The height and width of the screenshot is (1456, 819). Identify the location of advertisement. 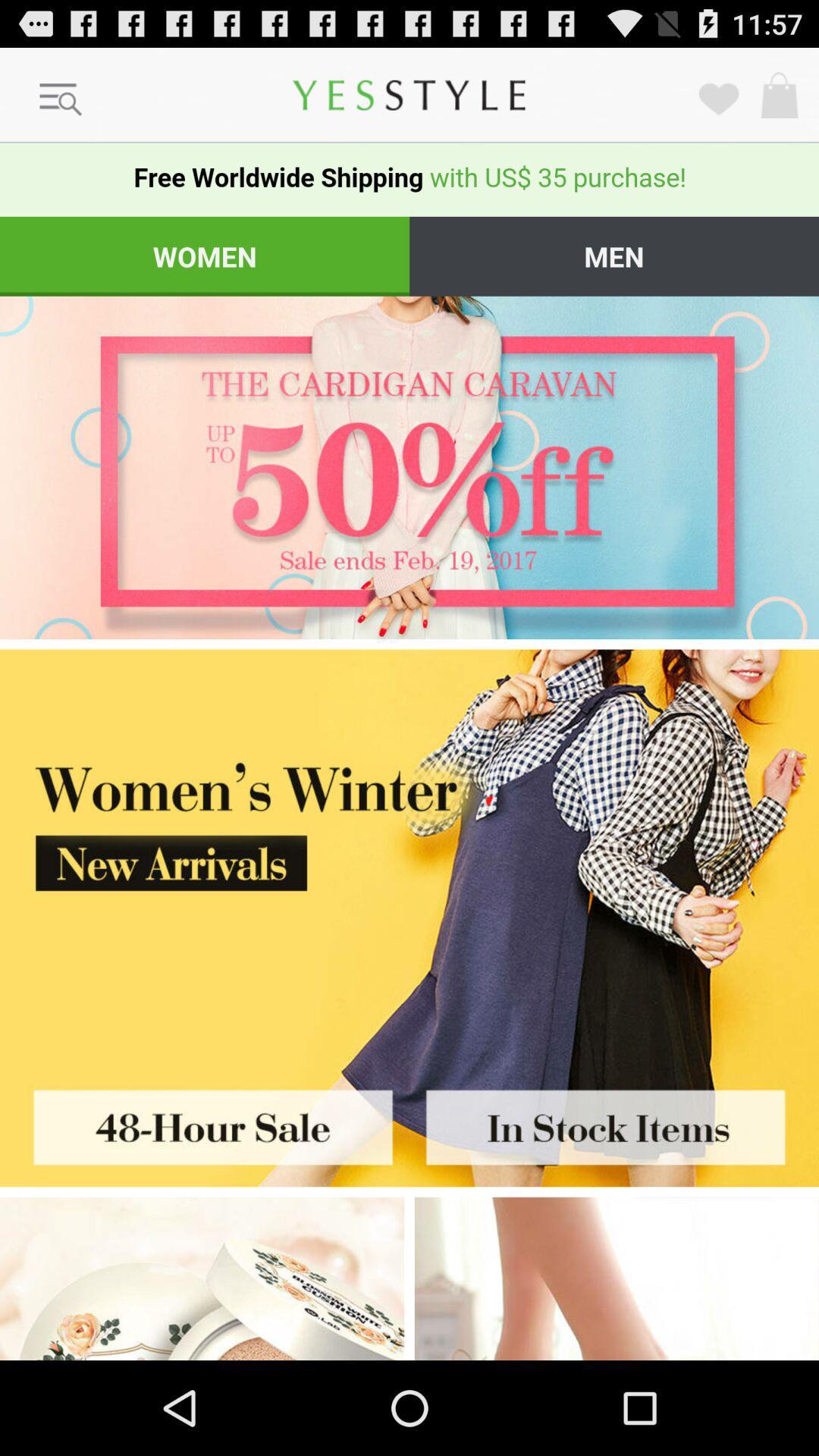
(205, 1122).